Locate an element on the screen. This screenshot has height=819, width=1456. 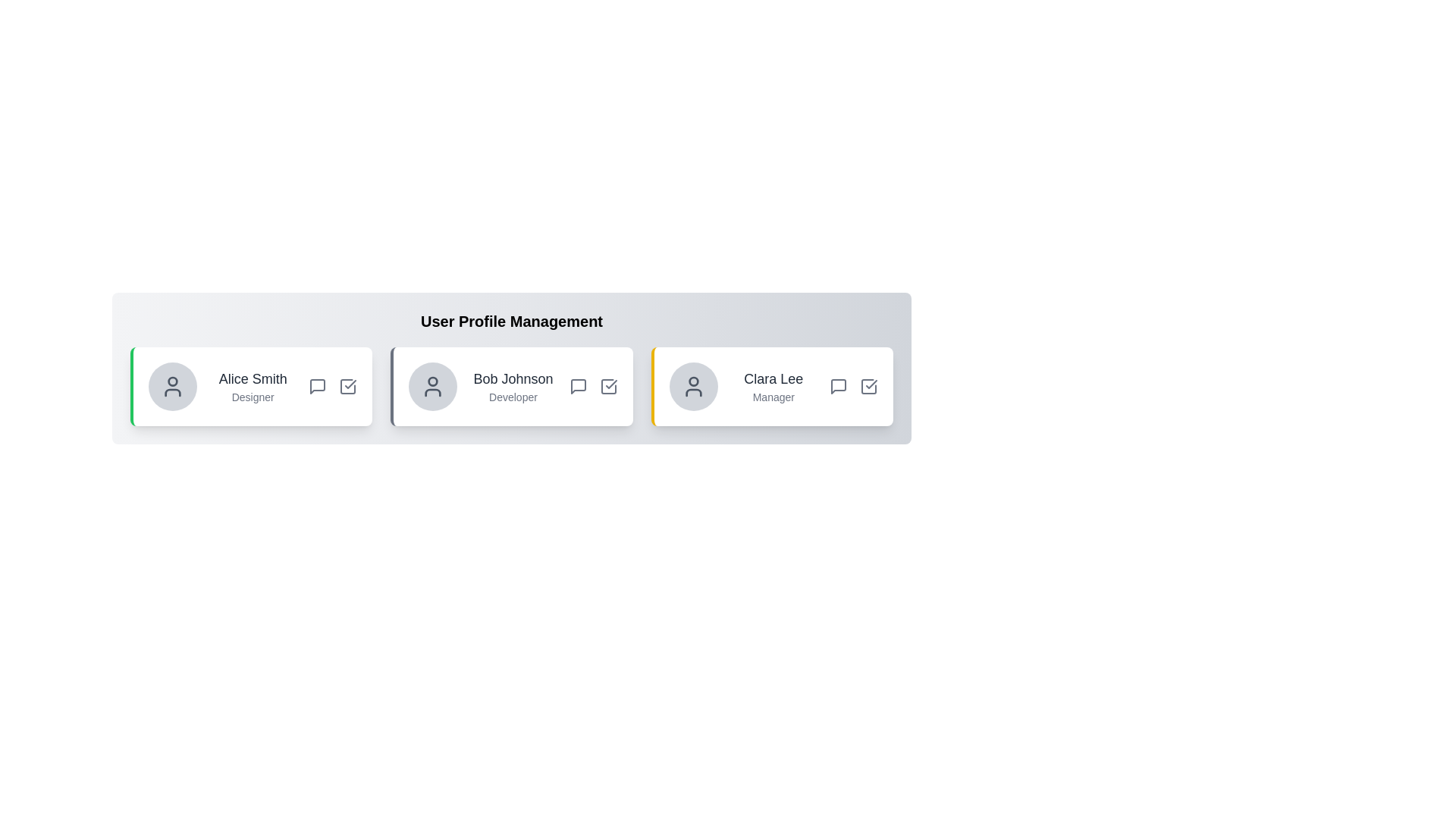
the decorative icon associated with the user profile 'Alice Smith' located in the leftmost profile widget is located at coordinates (347, 385).